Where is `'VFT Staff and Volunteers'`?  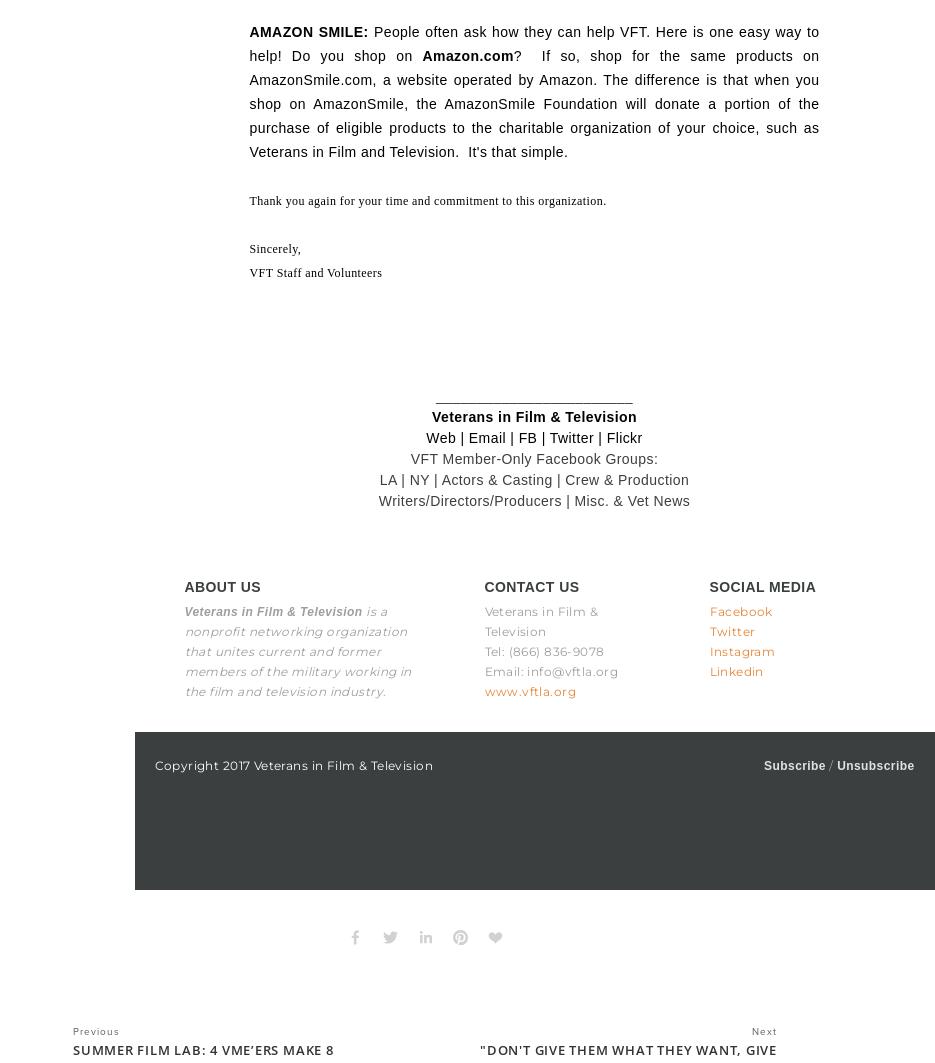
'VFT Staff and Volunteers' is located at coordinates (315, 272).